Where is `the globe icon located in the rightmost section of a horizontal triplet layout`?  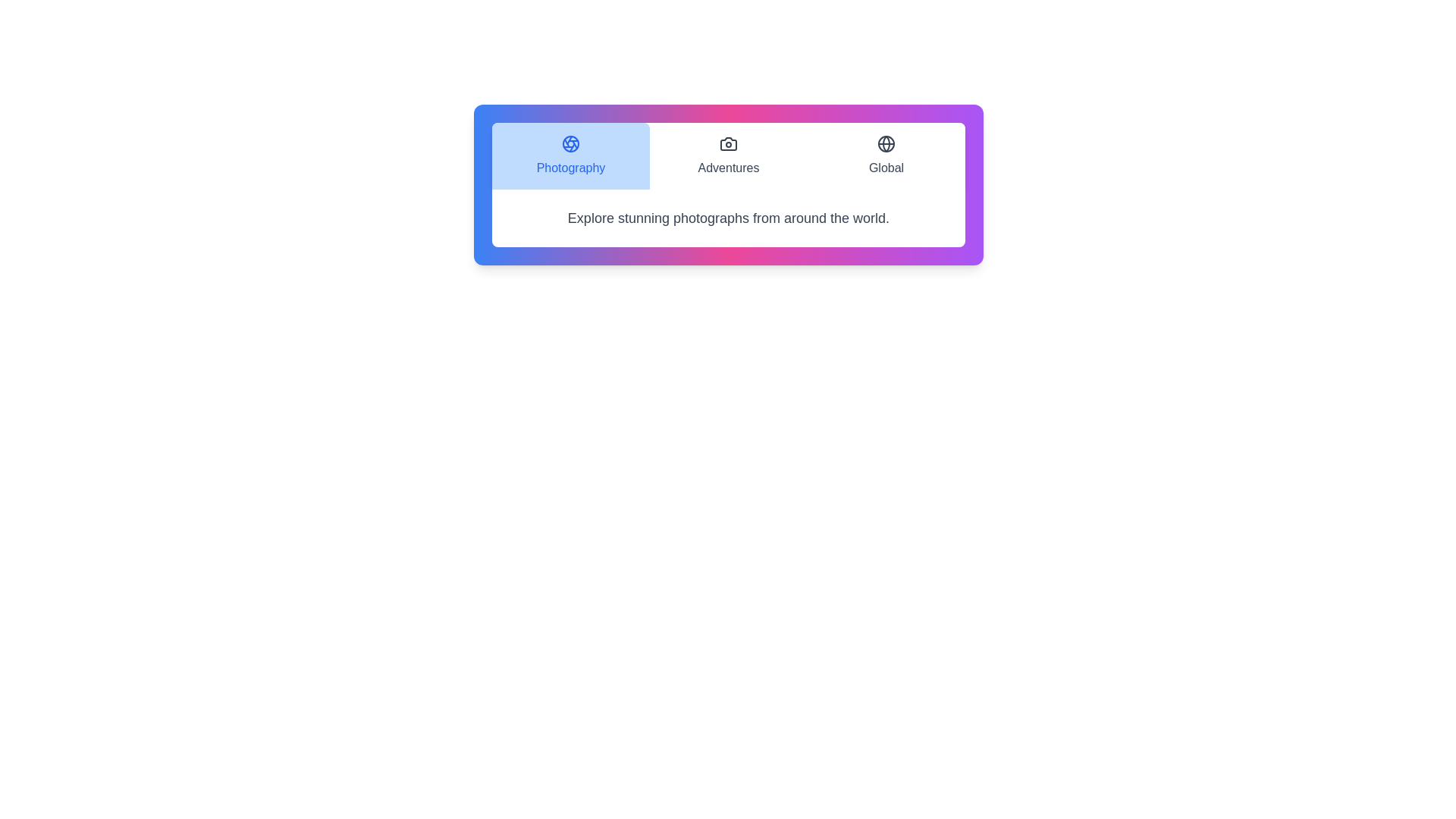
the globe icon located in the rightmost section of a horizontal triplet layout is located at coordinates (886, 143).